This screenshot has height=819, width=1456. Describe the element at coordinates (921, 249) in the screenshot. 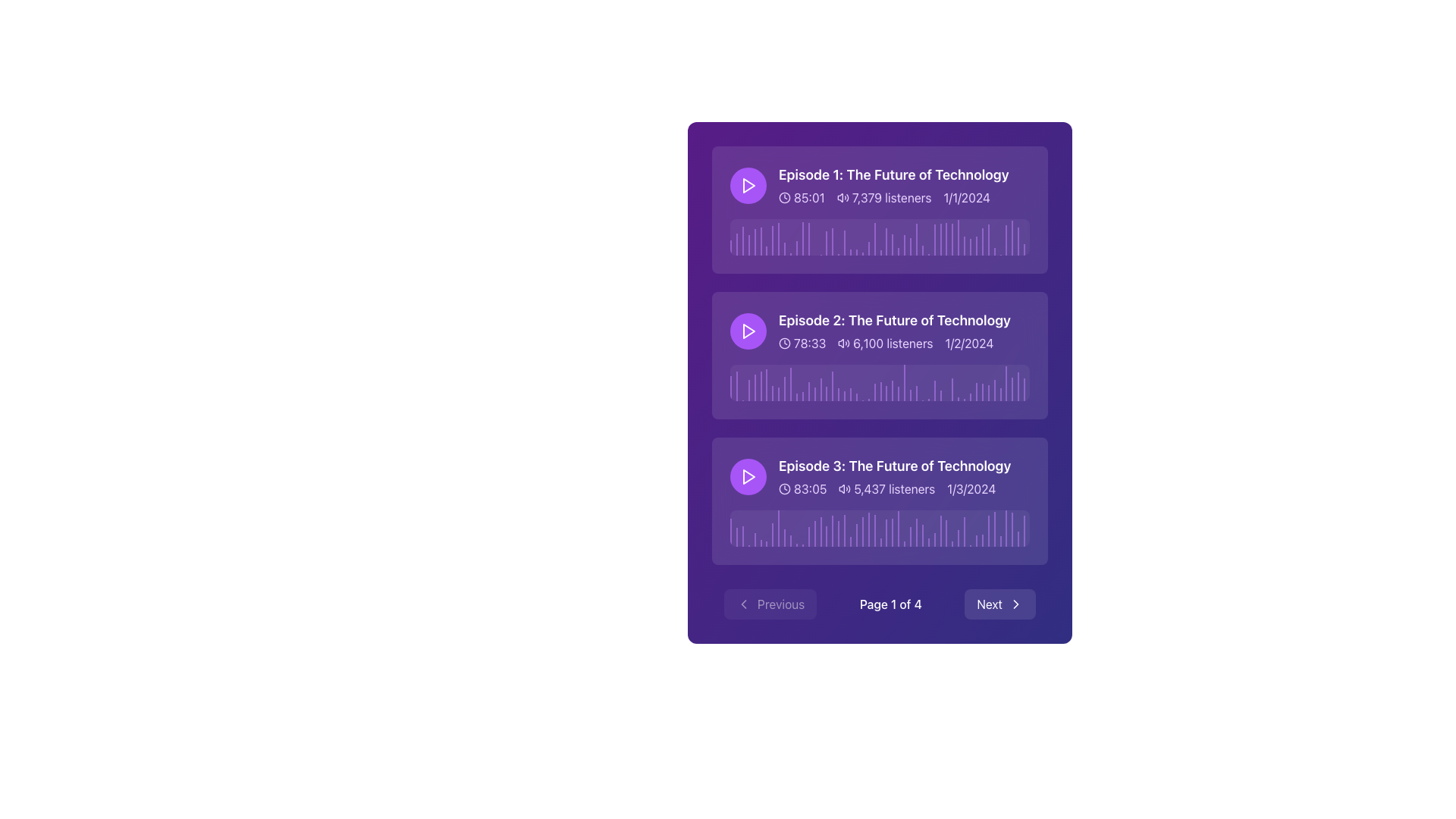

I see `the purple semi-transparent vertical bar within the waveform graphical display under the header 'Episode 1: The Future of Technology'` at that location.